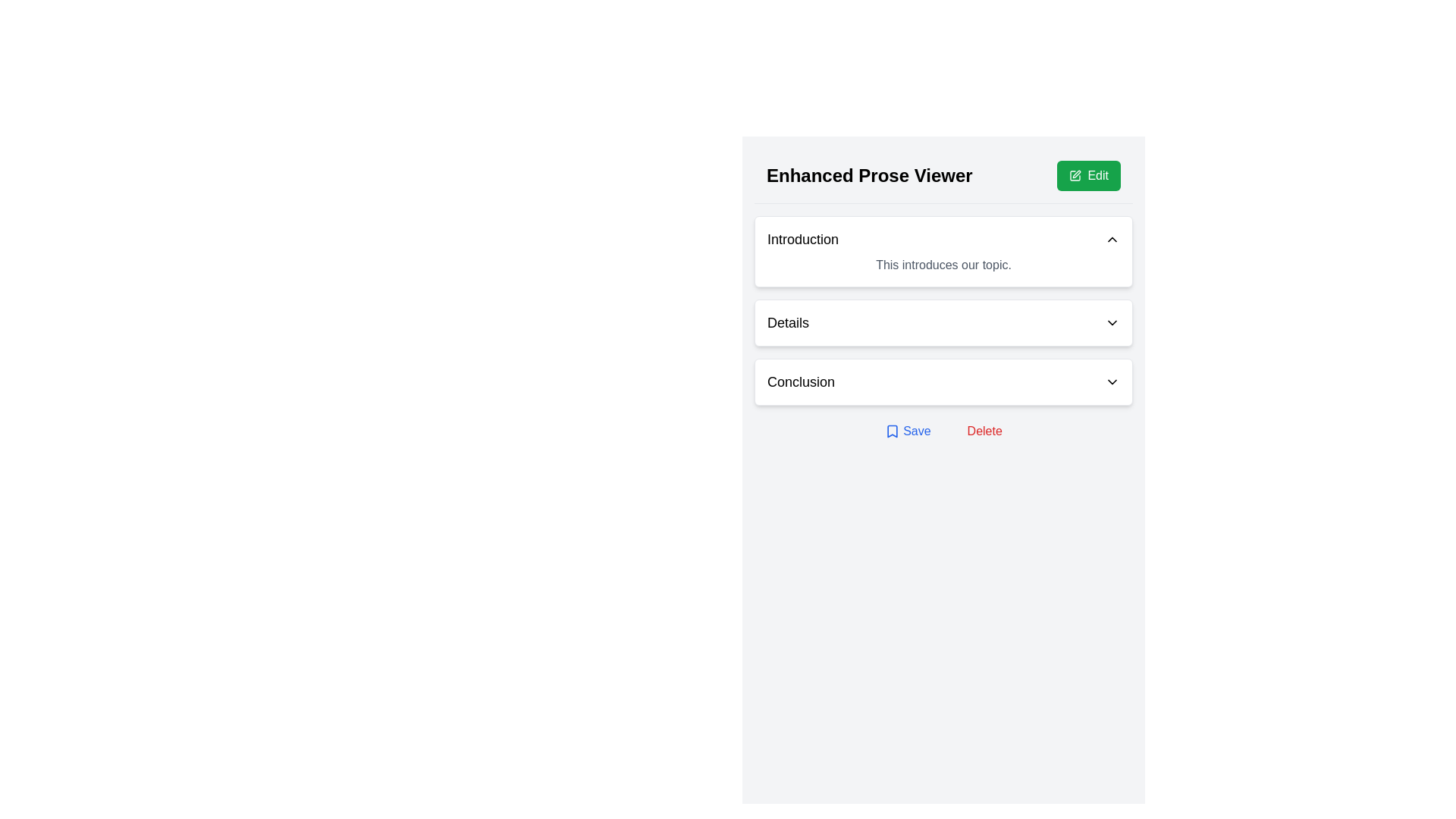 This screenshot has height=819, width=1456. What do you see at coordinates (788, 322) in the screenshot?
I see `the 'Details' text label, which is styled in bold font and located in the middle section of the interface, positioned to the left of a downward-facing chevron icon` at bounding box center [788, 322].